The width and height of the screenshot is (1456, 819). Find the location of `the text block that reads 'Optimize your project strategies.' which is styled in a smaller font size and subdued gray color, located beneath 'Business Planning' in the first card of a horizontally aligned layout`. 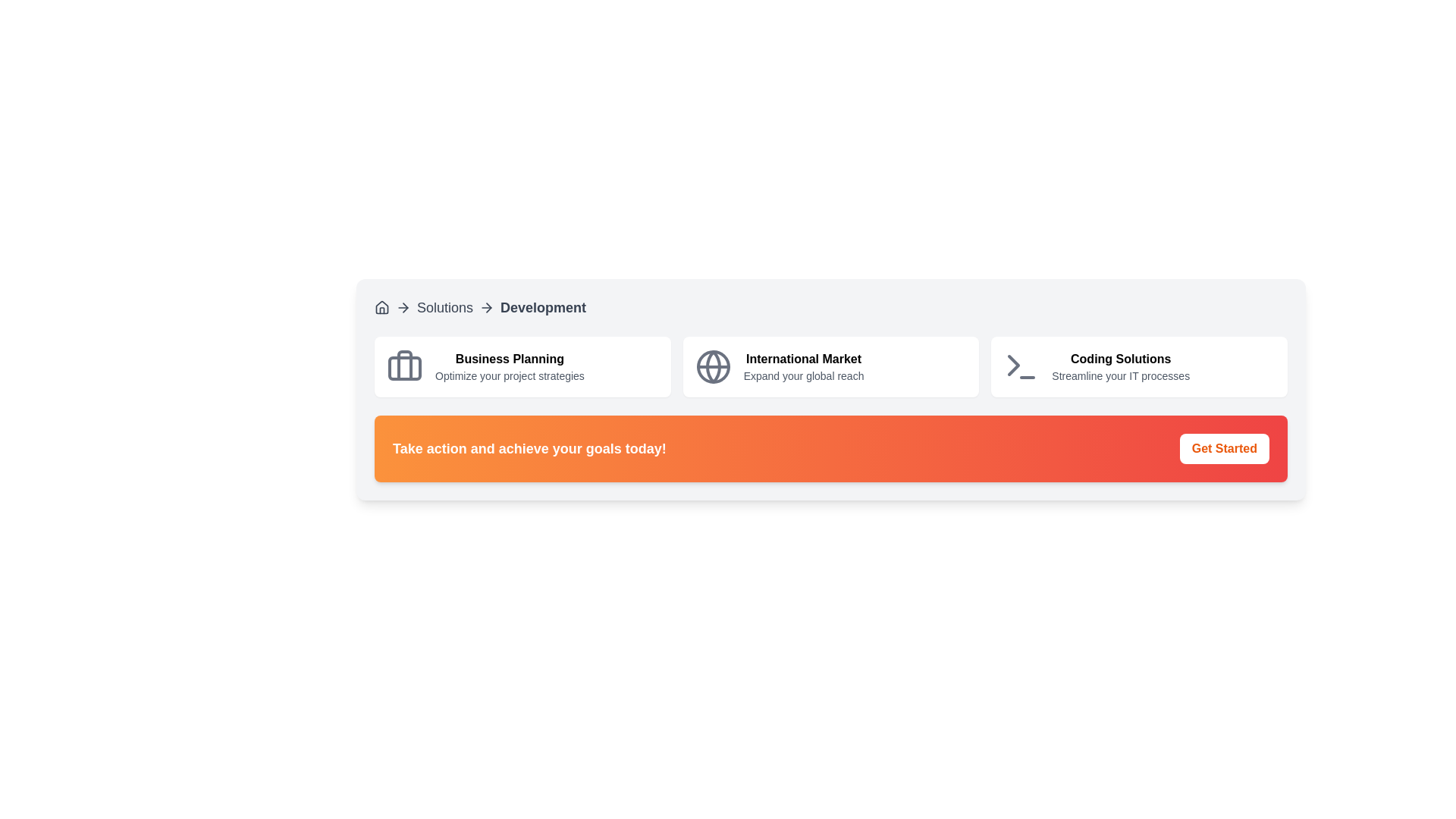

the text block that reads 'Optimize your project strategies.' which is styled in a smaller font size and subdued gray color, located beneath 'Business Planning' in the first card of a horizontally aligned layout is located at coordinates (510, 375).